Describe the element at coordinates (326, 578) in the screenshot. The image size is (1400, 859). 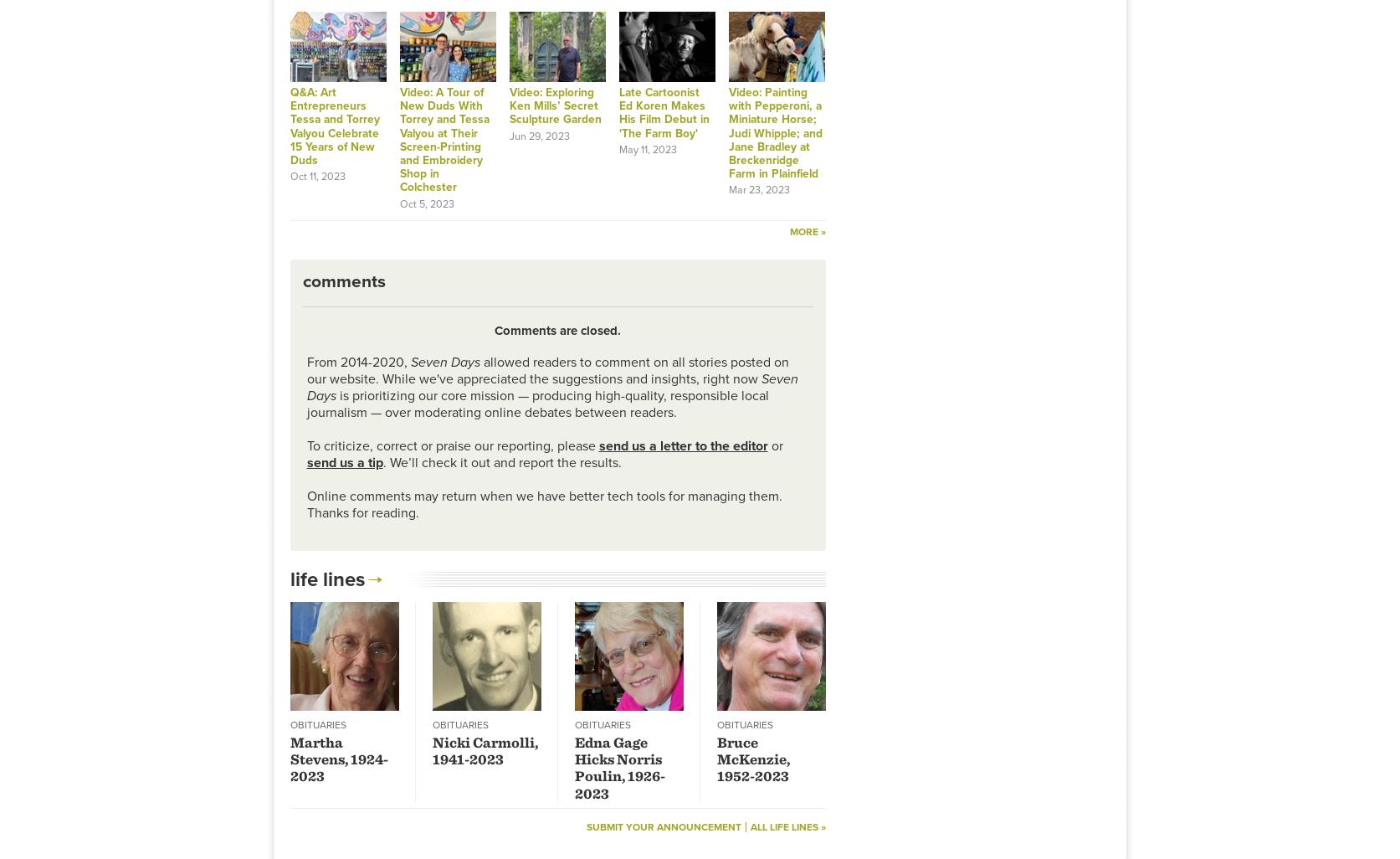
I see `'Life Lines'` at that location.